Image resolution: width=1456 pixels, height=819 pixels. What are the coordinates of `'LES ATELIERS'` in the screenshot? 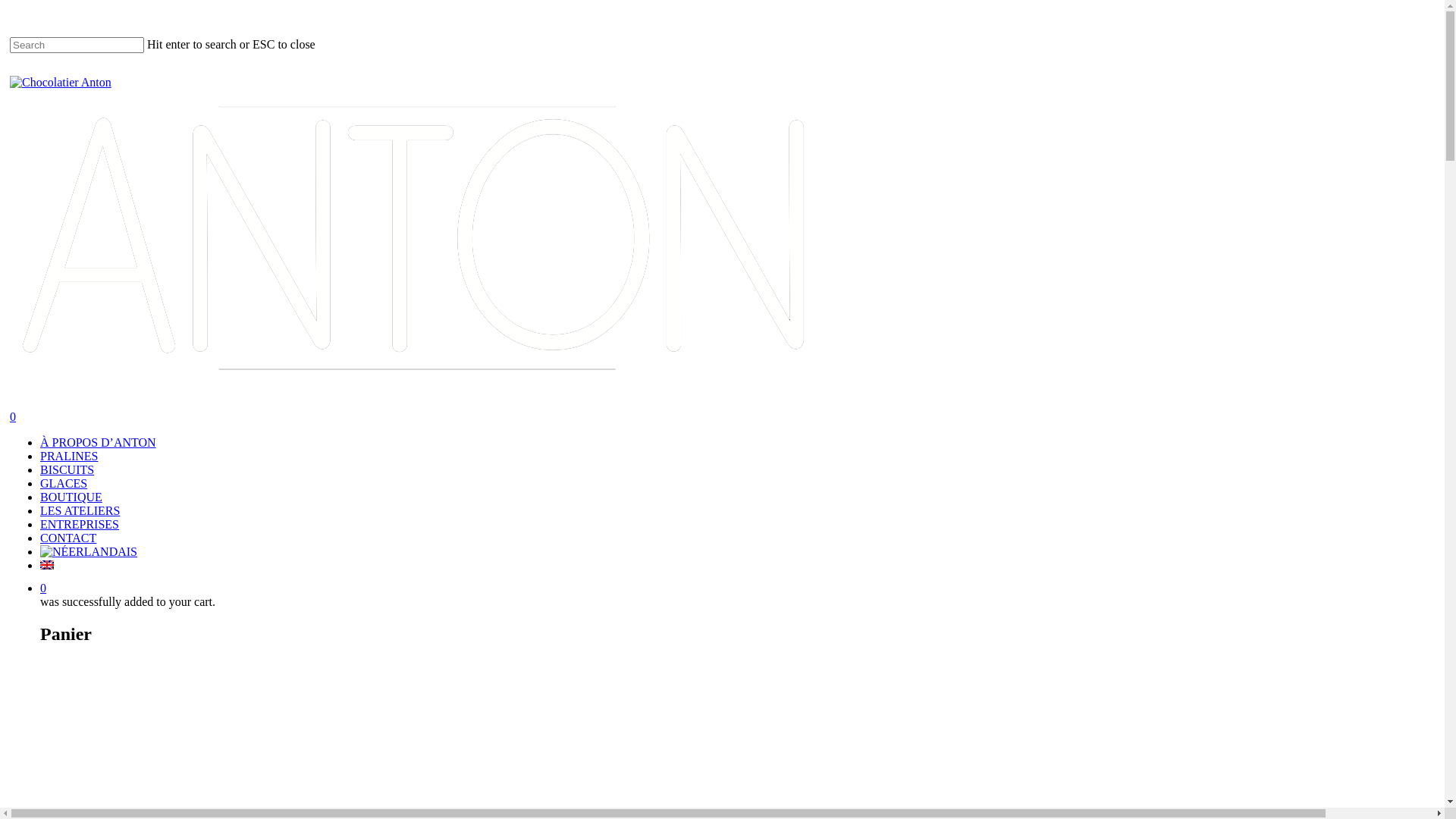 It's located at (79, 510).